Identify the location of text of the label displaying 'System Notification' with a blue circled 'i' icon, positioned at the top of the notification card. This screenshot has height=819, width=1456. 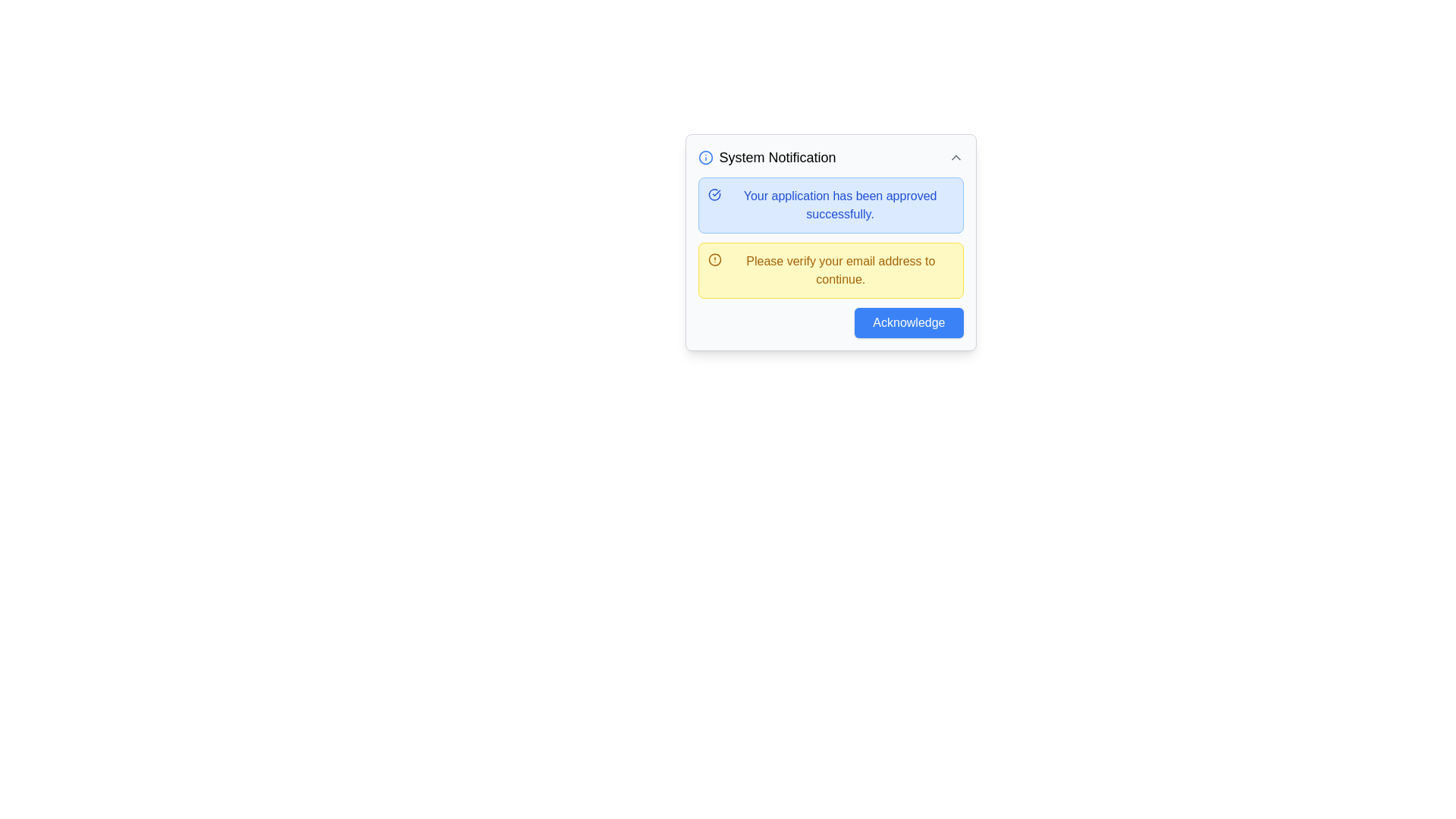
(767, 158).